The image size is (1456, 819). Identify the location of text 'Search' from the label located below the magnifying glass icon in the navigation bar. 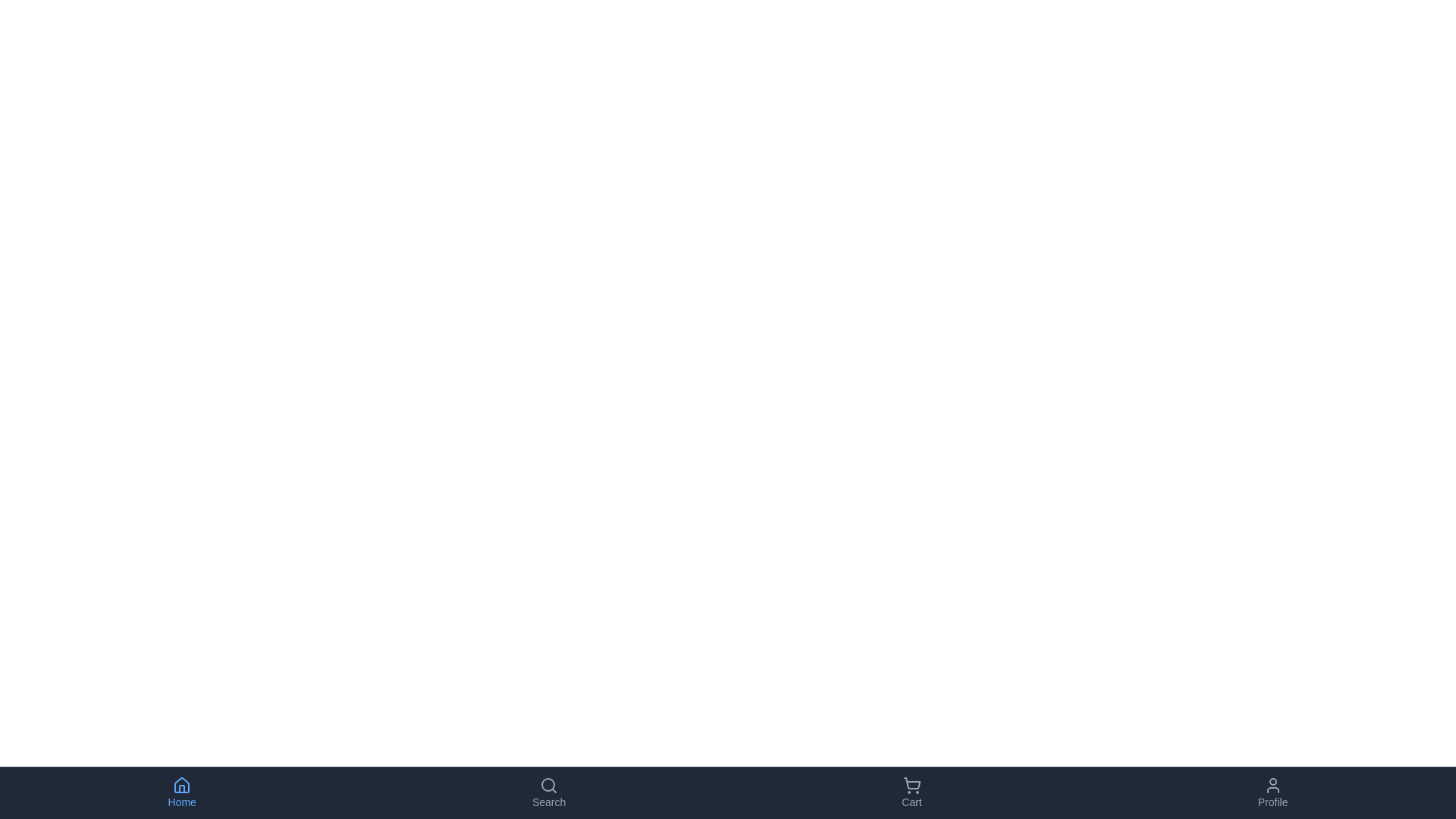
(548, 801).